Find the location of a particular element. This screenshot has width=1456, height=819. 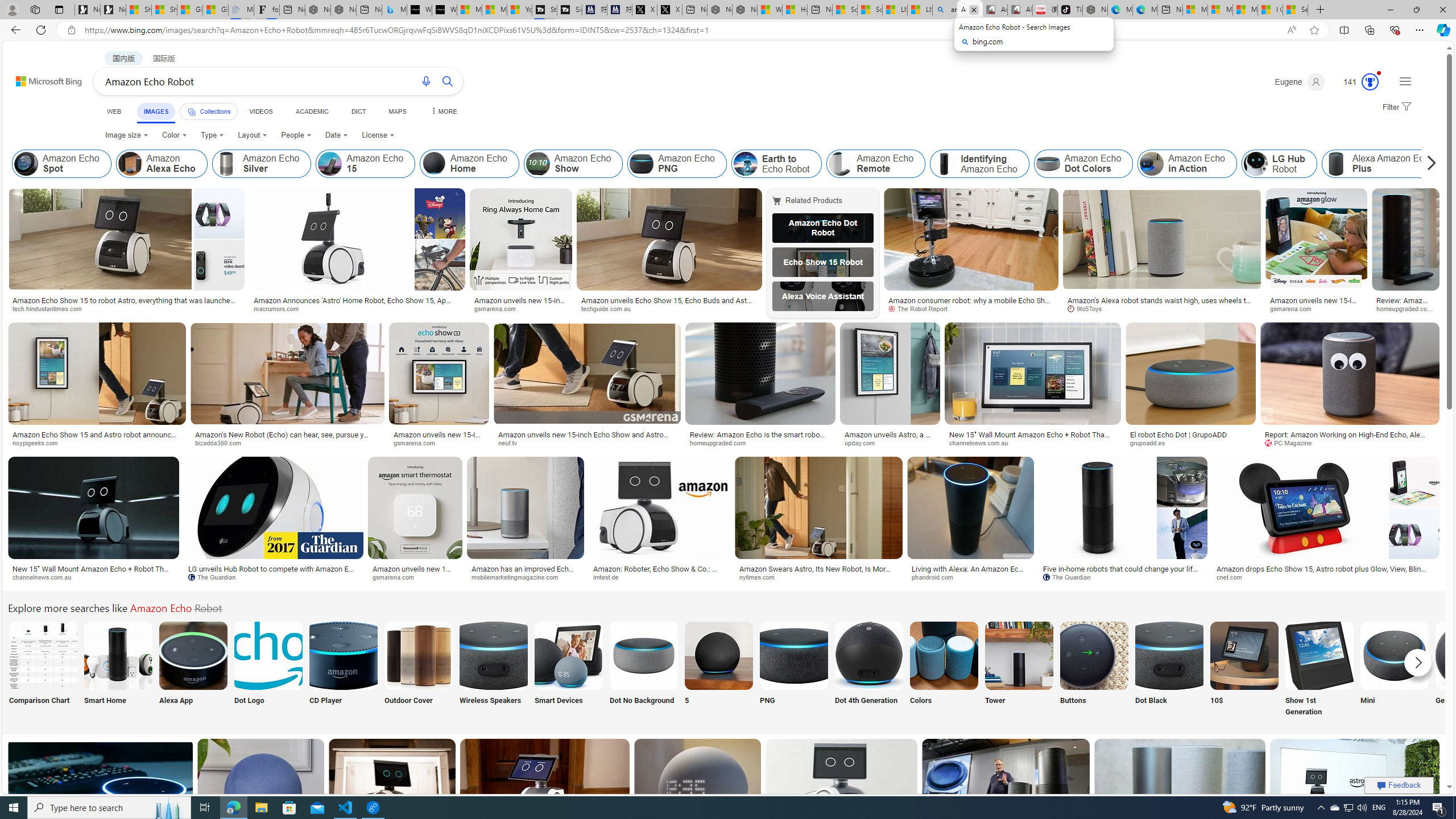

'Color' is located at coordinates (173, 135).